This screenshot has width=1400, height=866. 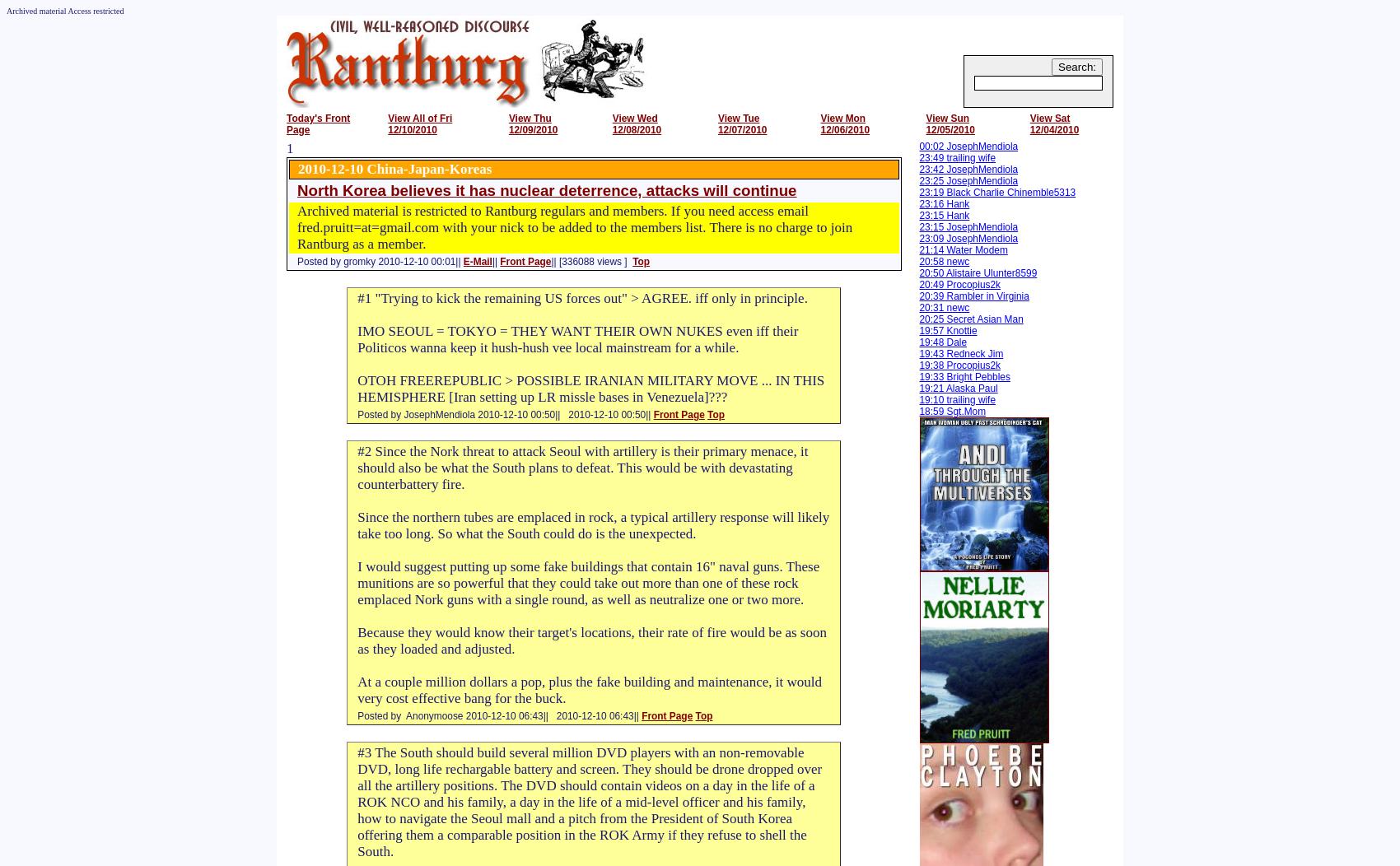 What do you see at coordinates (420, 123) in the screenshot?
I see `'View All of Fri 12/10/2010'` at bounding box center [420, 123].